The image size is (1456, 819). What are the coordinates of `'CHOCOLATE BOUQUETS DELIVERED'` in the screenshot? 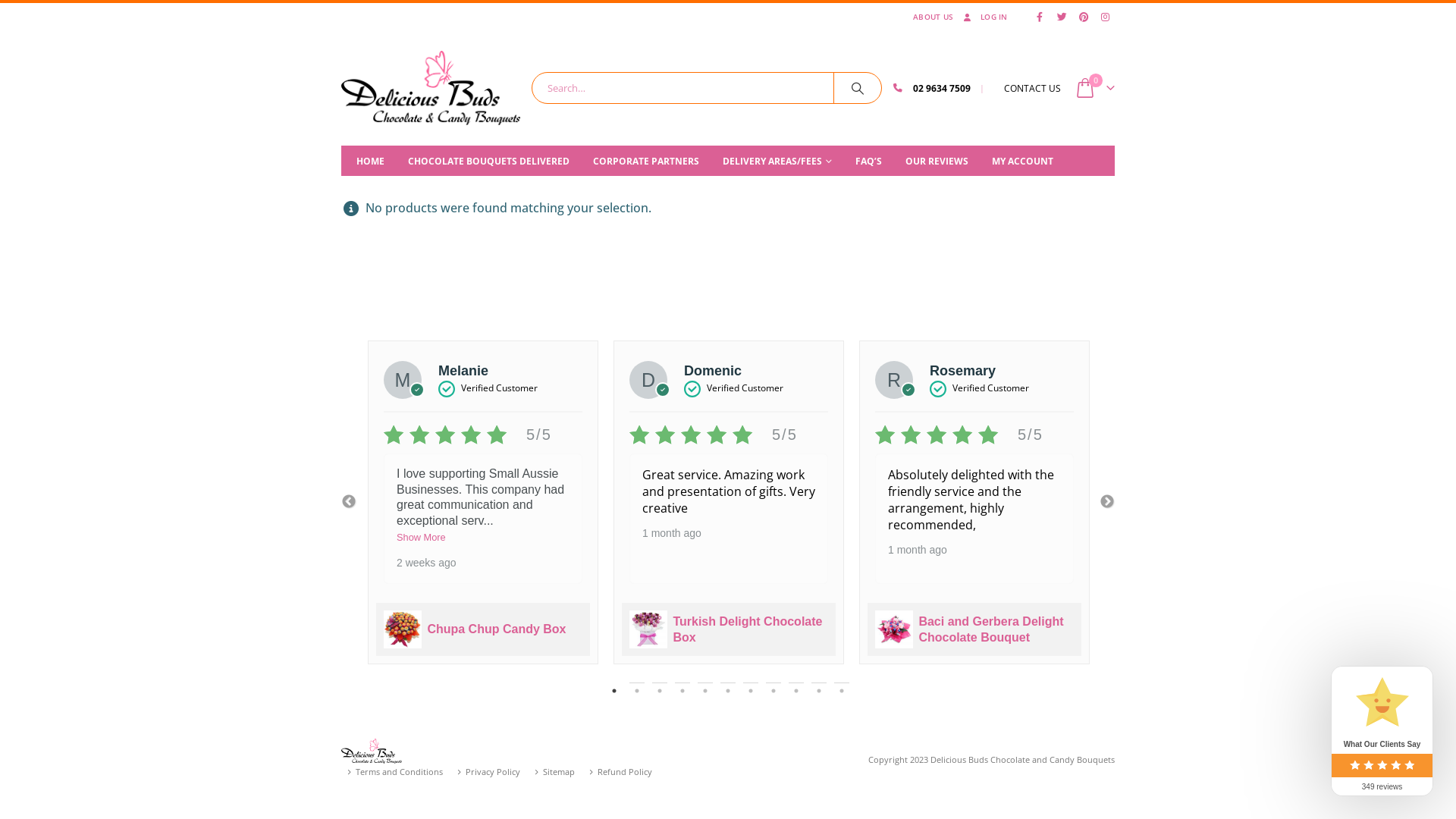 It's located at (484, 161).